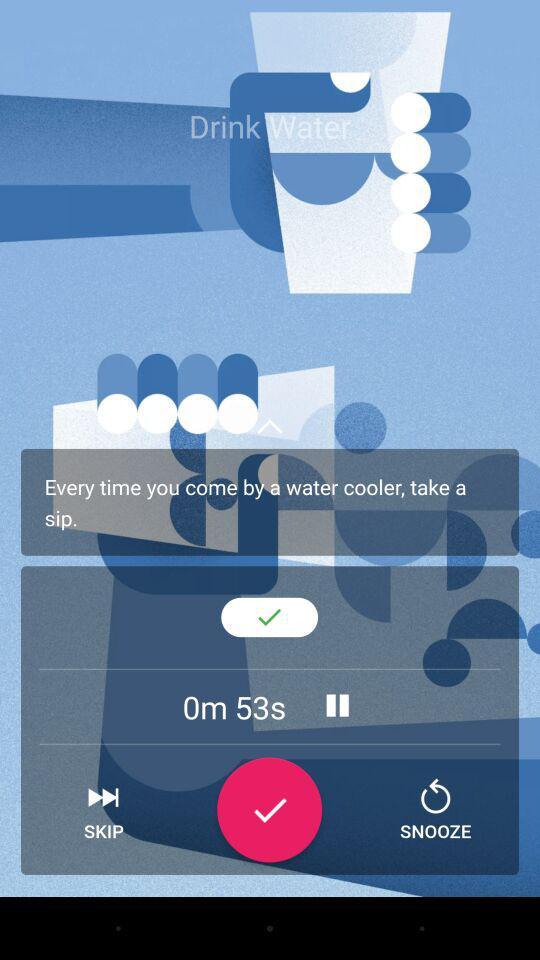 The image size is (540, 960). I want to click on the option snooze, so click(434, 810).